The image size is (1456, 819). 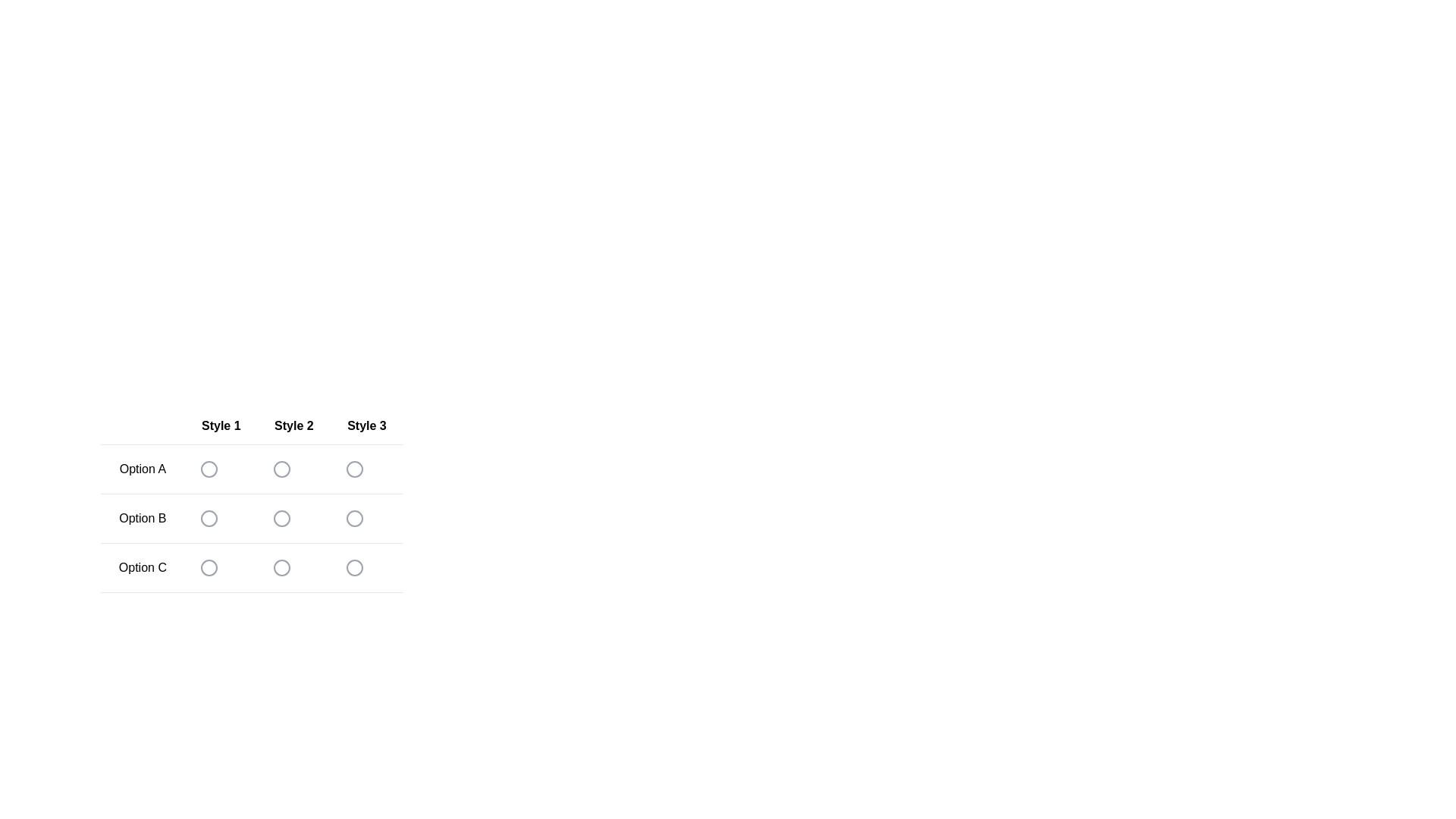 What do you see at coordinates (208, 468) in the screenshot?
I see `the first circular radio button labeled 'Option A'` at bounding box center [208, 468].